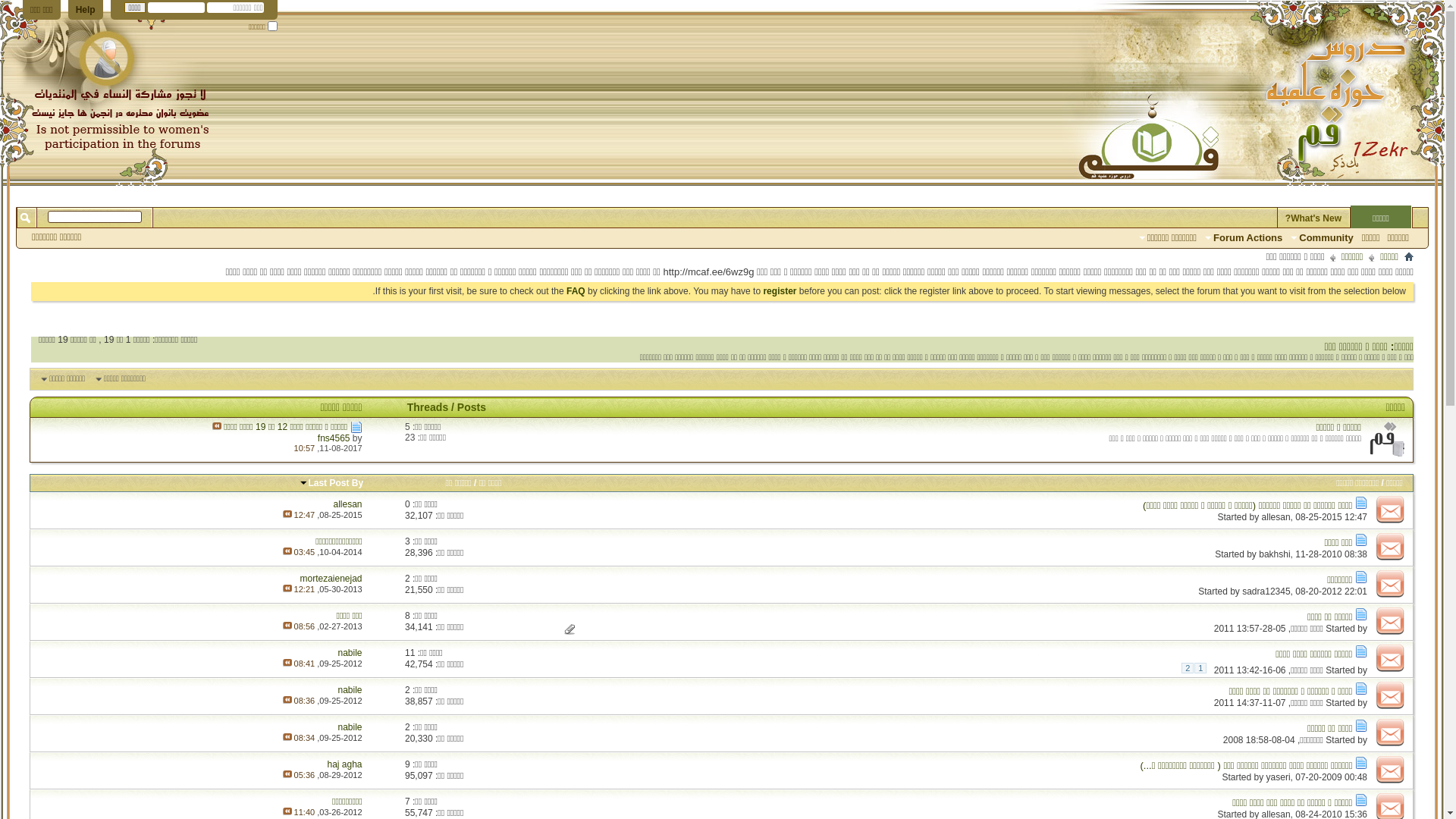 Image resolution: width=1456 pixels, height=819 pixels. I want to click on '11', so click(404, 651).